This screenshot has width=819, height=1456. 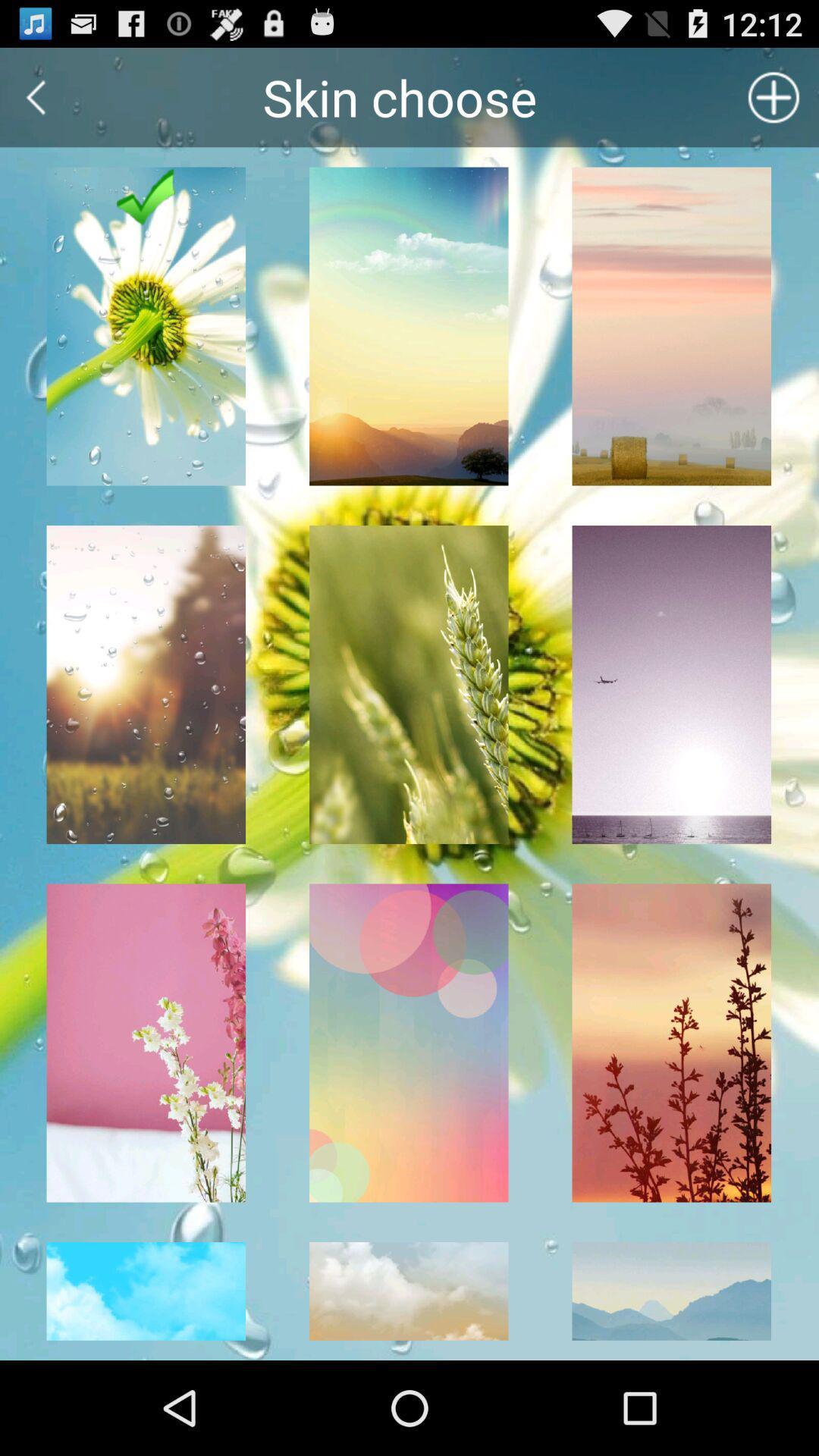 I want to click on the bottom right image, so click(x=671, y=1300).